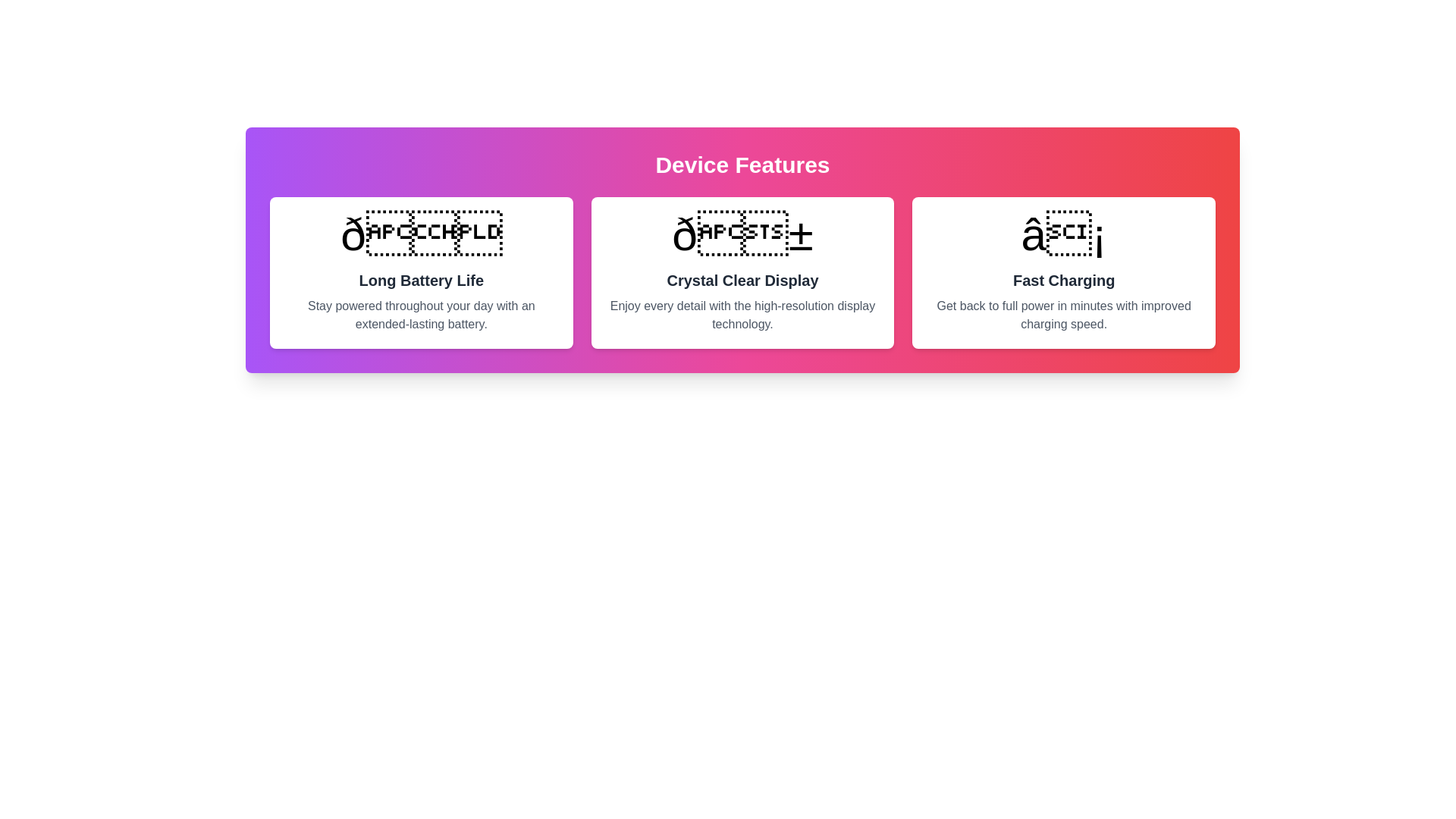  Describe the element at coordinates (1063, 234) in the screenshot. I see `the large 'Fast Charging' icon located in the center of the card in the 'Device Features' section` at that location.